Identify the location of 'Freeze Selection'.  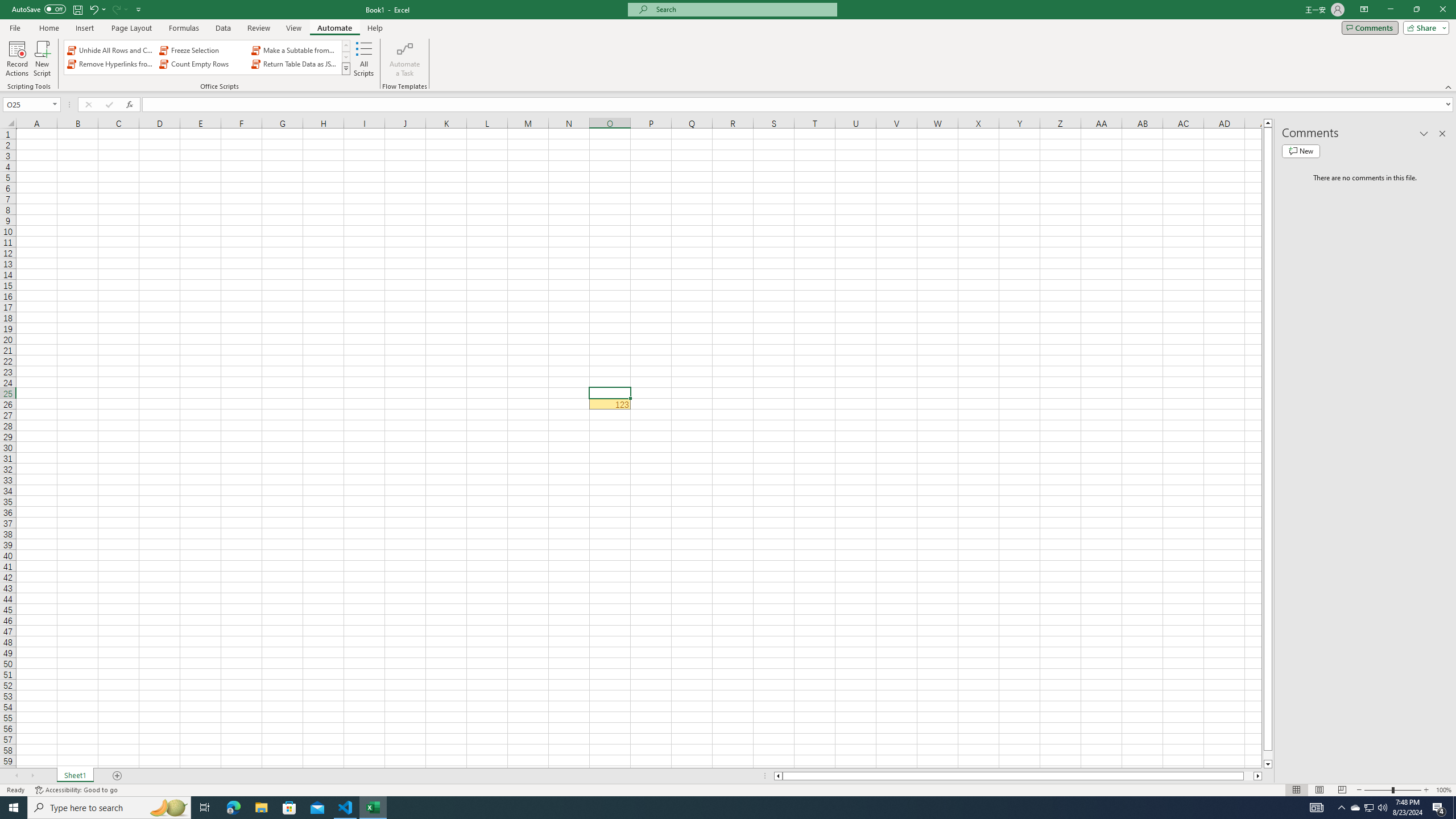
(202, 50).